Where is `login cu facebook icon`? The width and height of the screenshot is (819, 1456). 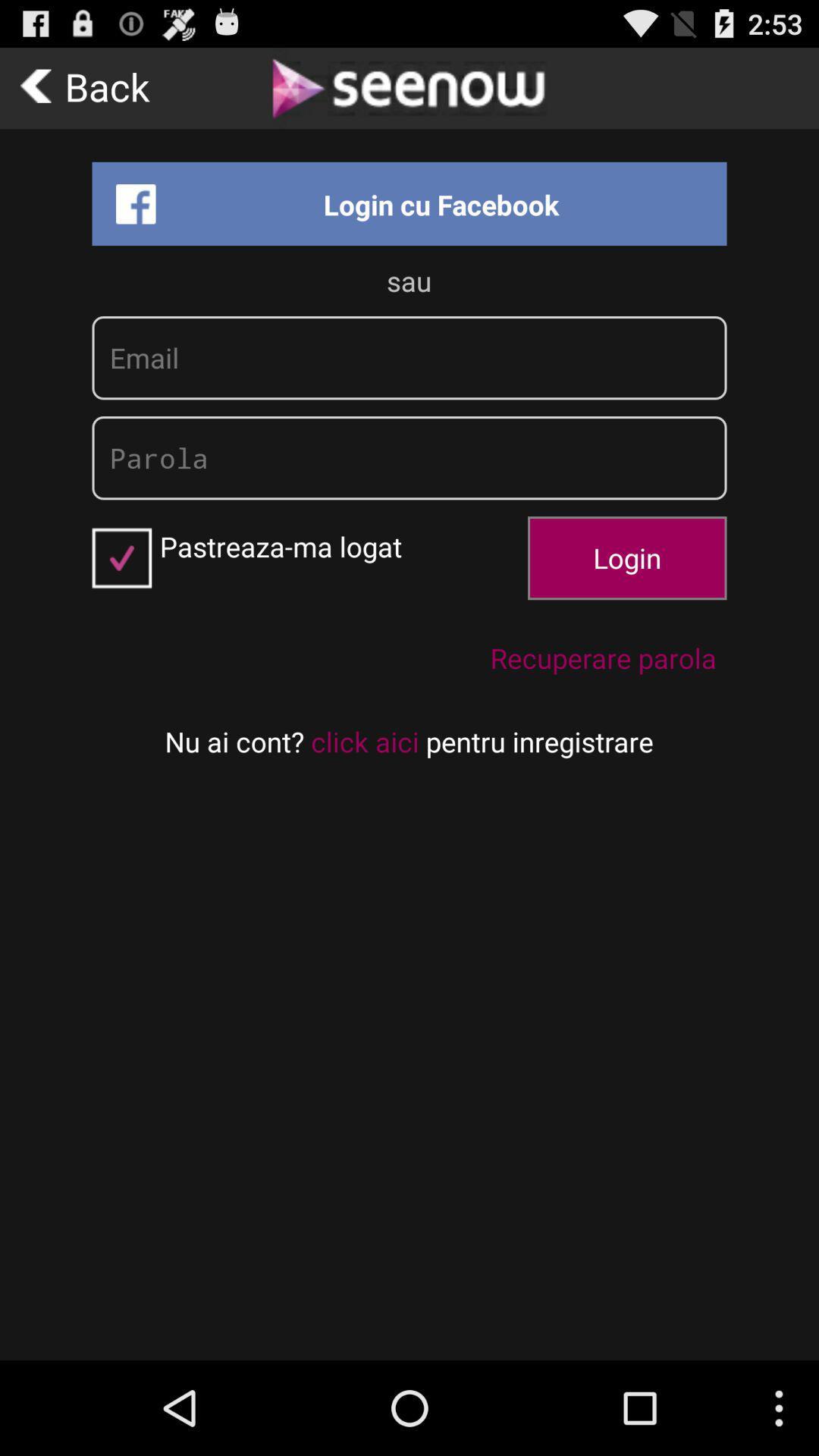 login cu facebook icon is located at coordinates (409, 202).